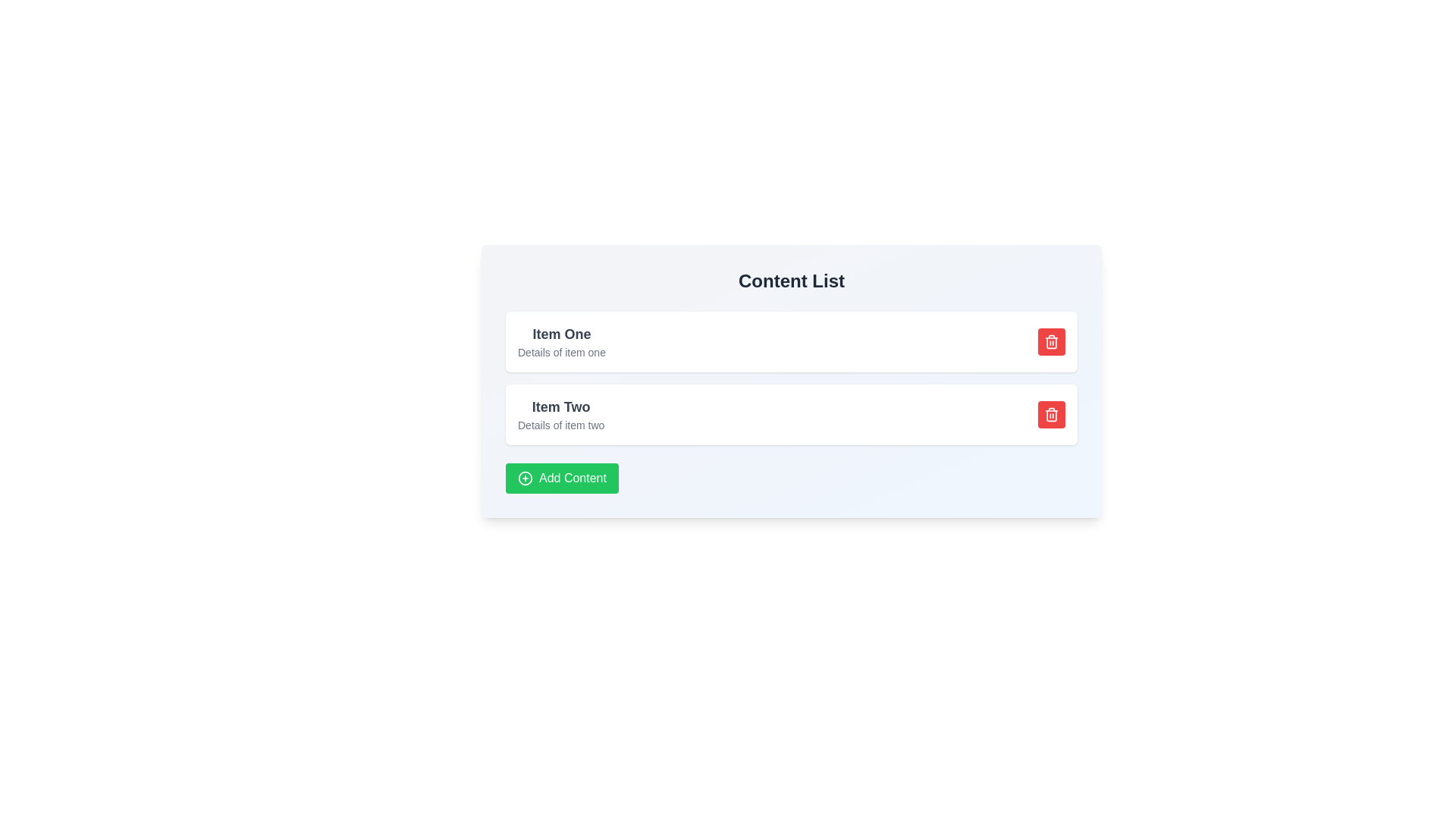 The width and height of the screenshot is (1456, 819). I want to click on the Text Label that serves as the title for the associated content card, located at the top of the list above the secondary description text, so click(560, 333).